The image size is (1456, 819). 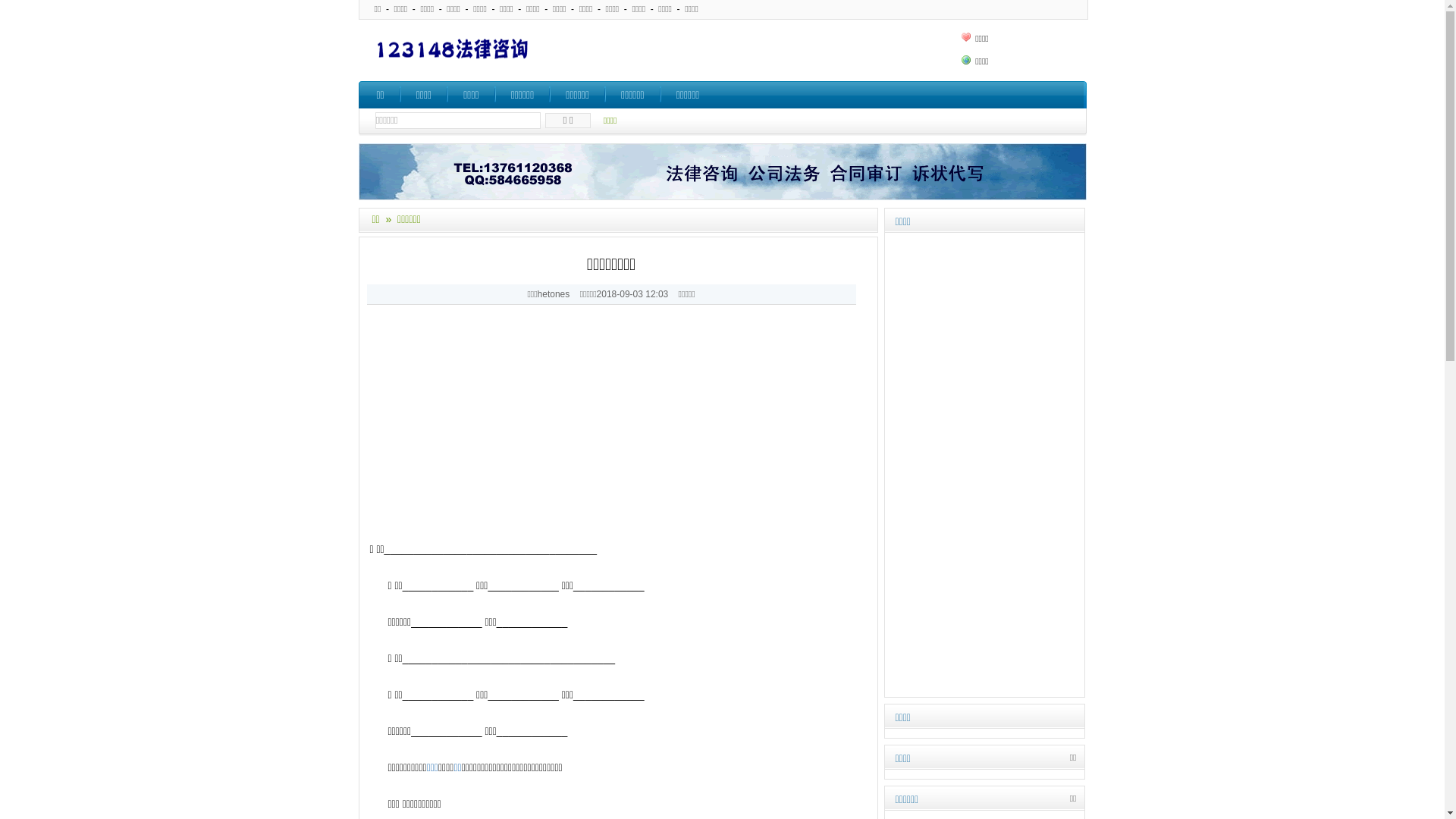 I want to click on 'Advertisement', so click(x=887, y=464).